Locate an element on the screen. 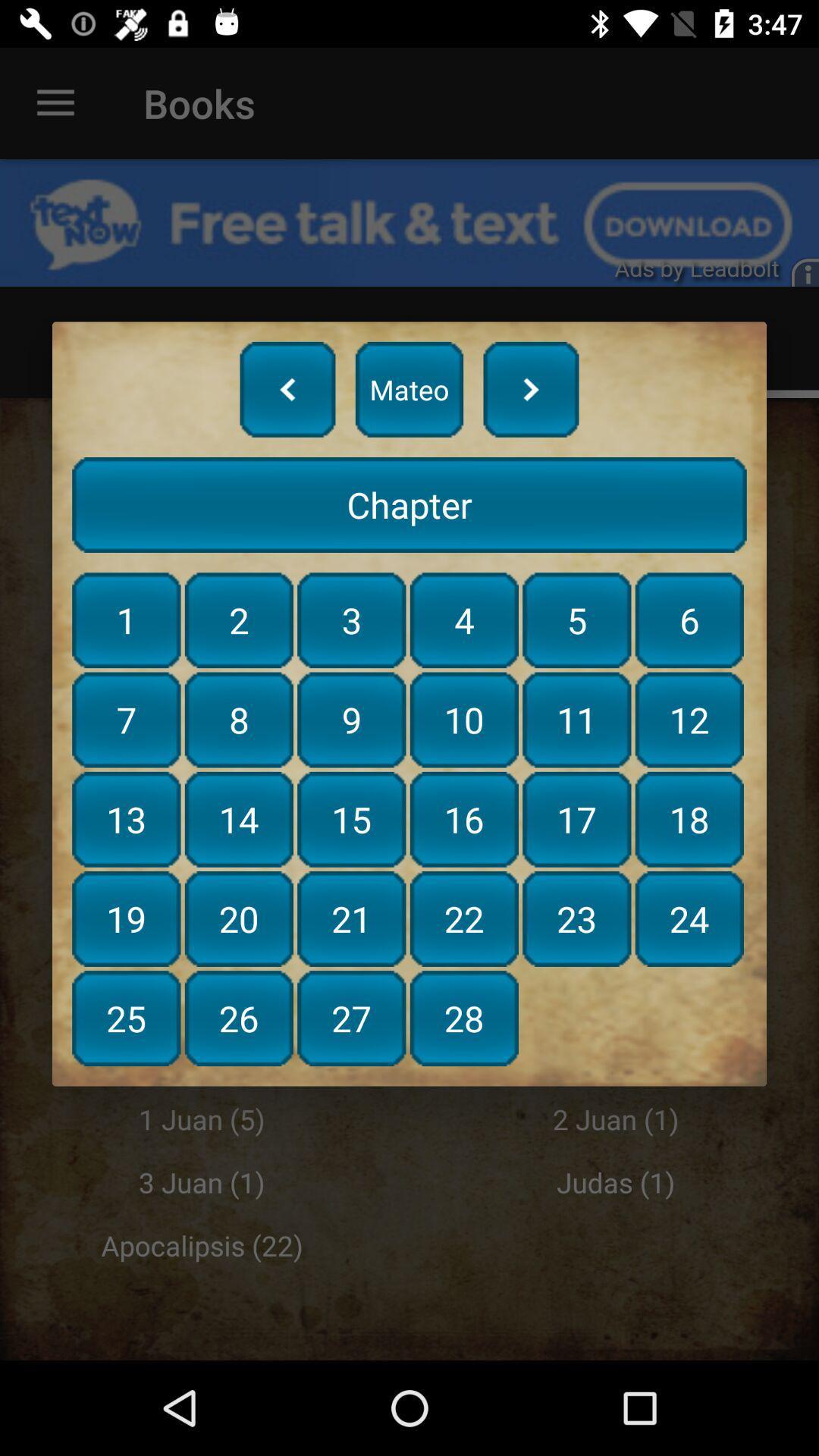  the item above chapter item is located at coordinates (530, 389).